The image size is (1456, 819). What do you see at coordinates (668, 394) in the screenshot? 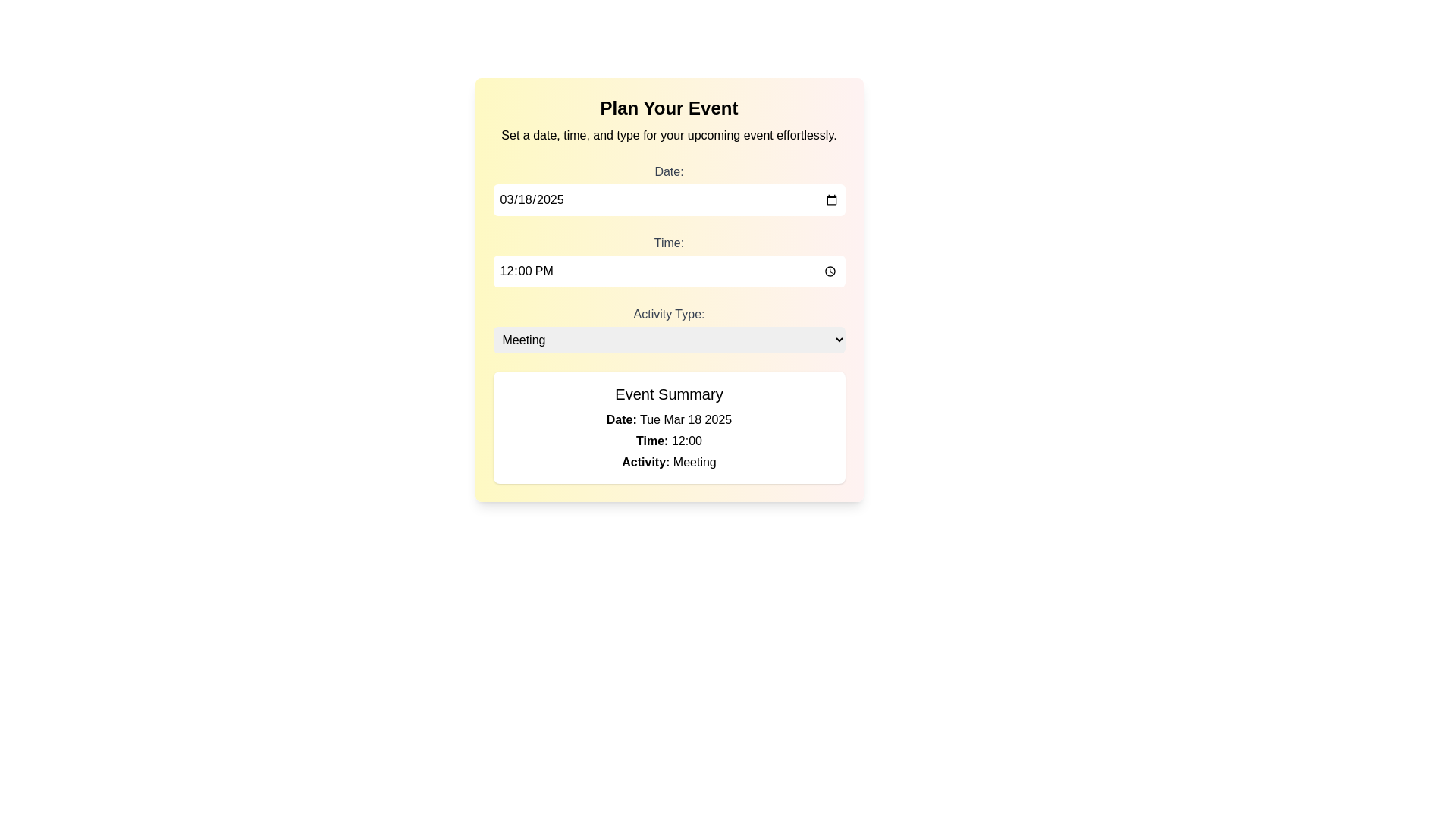
I see `the static text header element that serves as the title for event-related details, positioned centrally at the top of the white card element` at bounding box center [668, 394].